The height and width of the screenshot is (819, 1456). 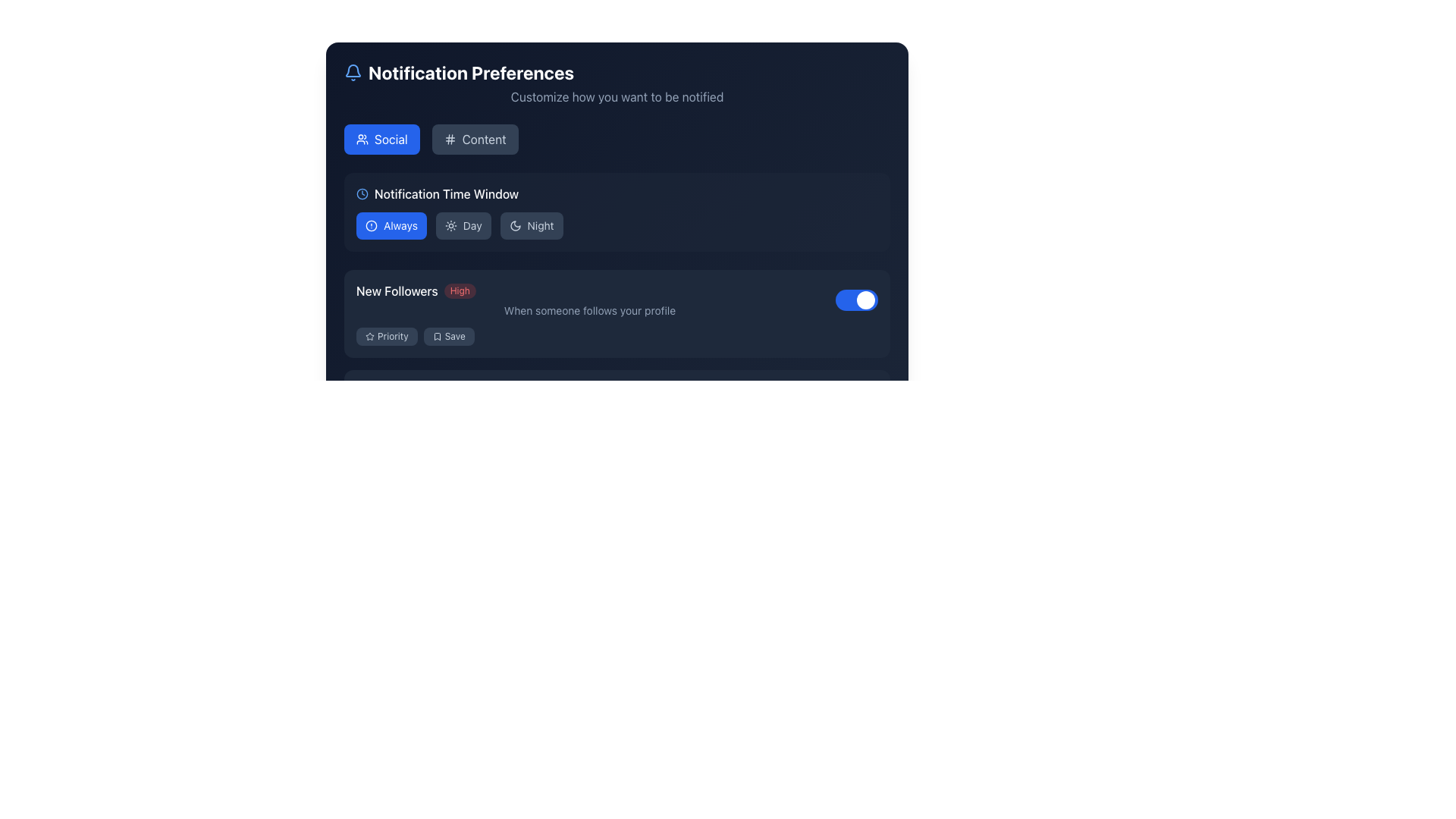 I want to click on the 'Social' button located in the upper-left area of the main section, which is the first button in a horizontal group of two buttons, so click(x=381, y=140).